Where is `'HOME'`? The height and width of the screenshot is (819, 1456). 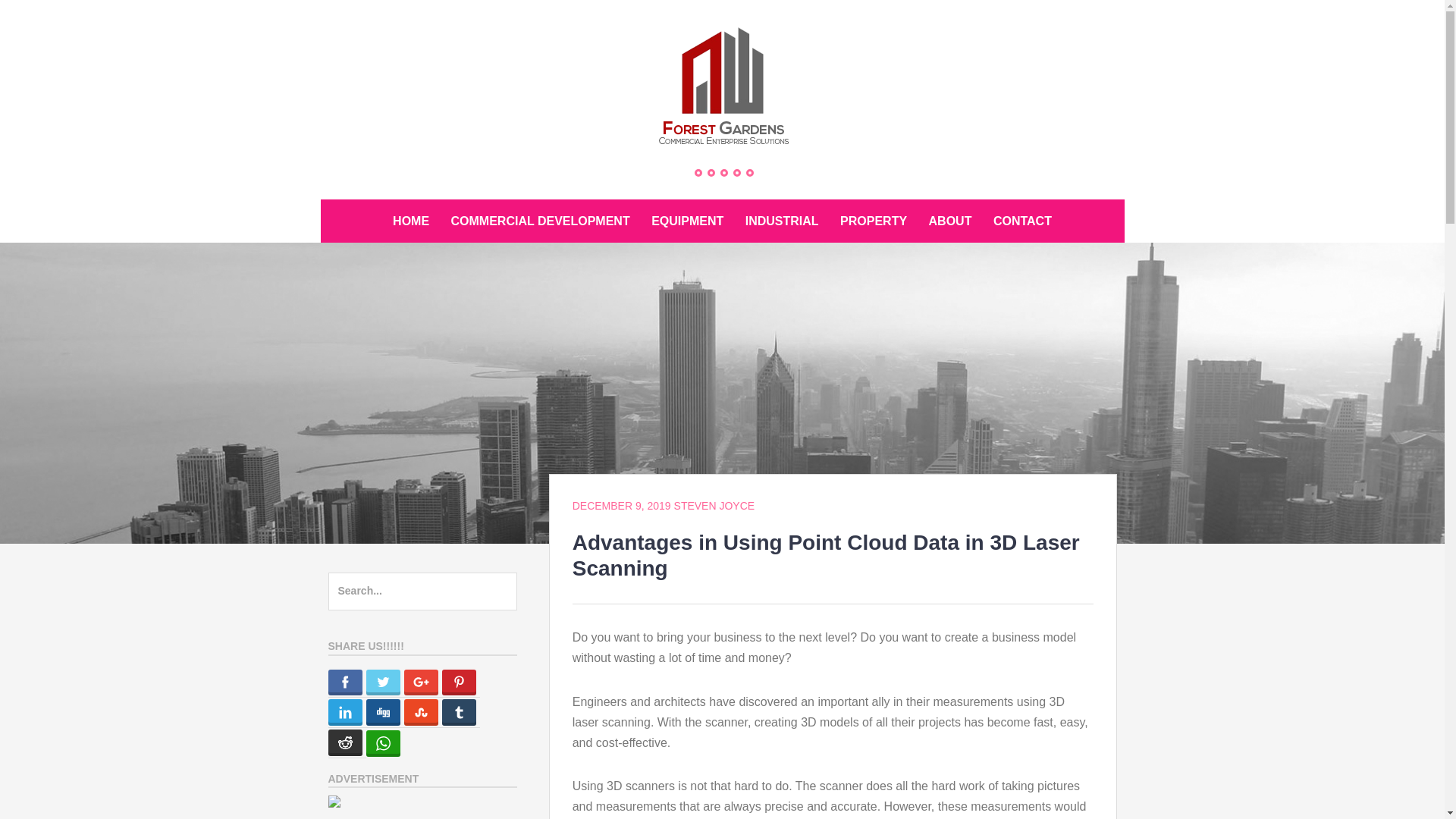
'HOME' is located at coordinates (411, 221).